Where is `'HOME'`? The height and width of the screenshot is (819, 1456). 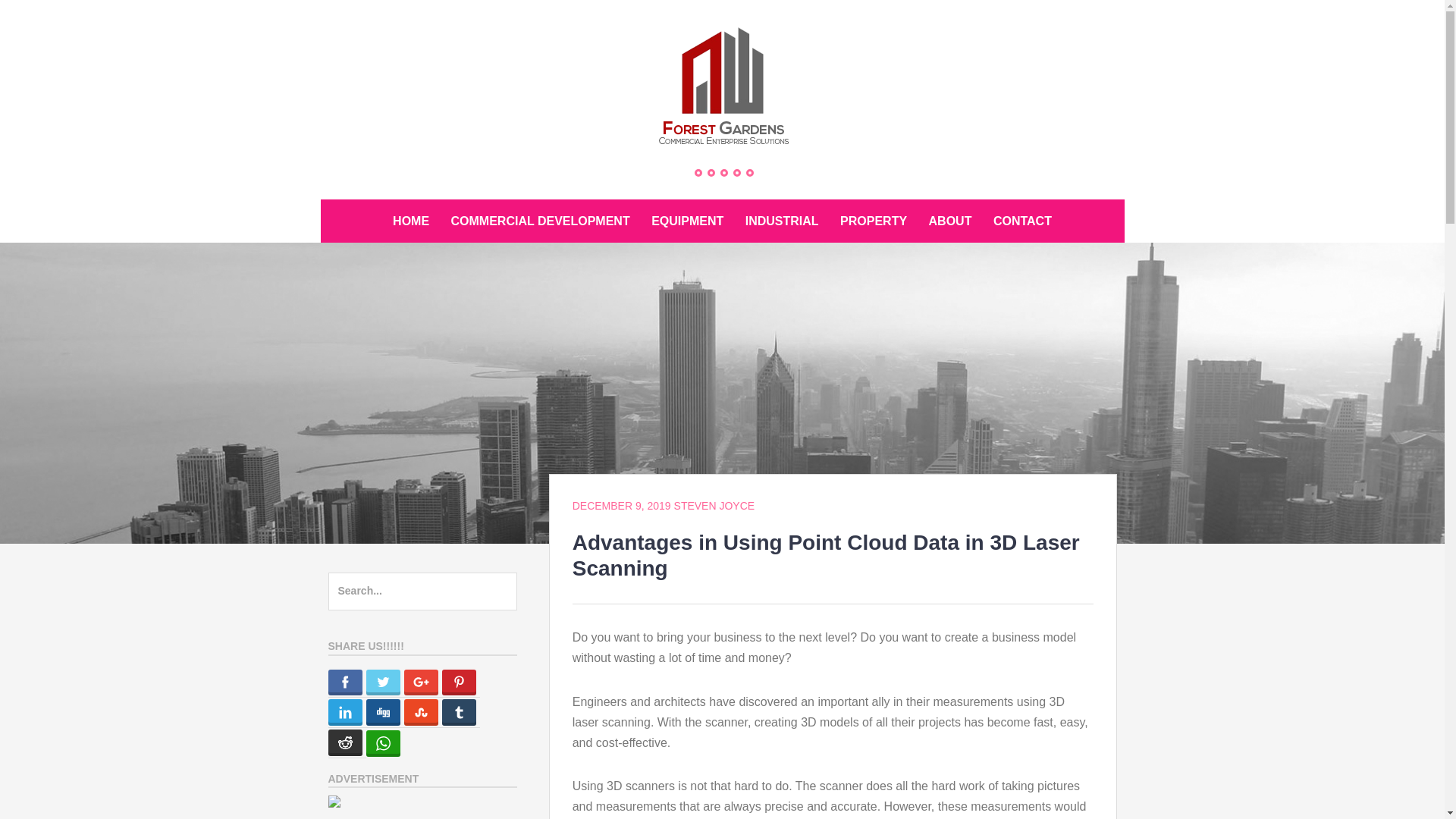
'HOME' is located at coordinates (411, 221).